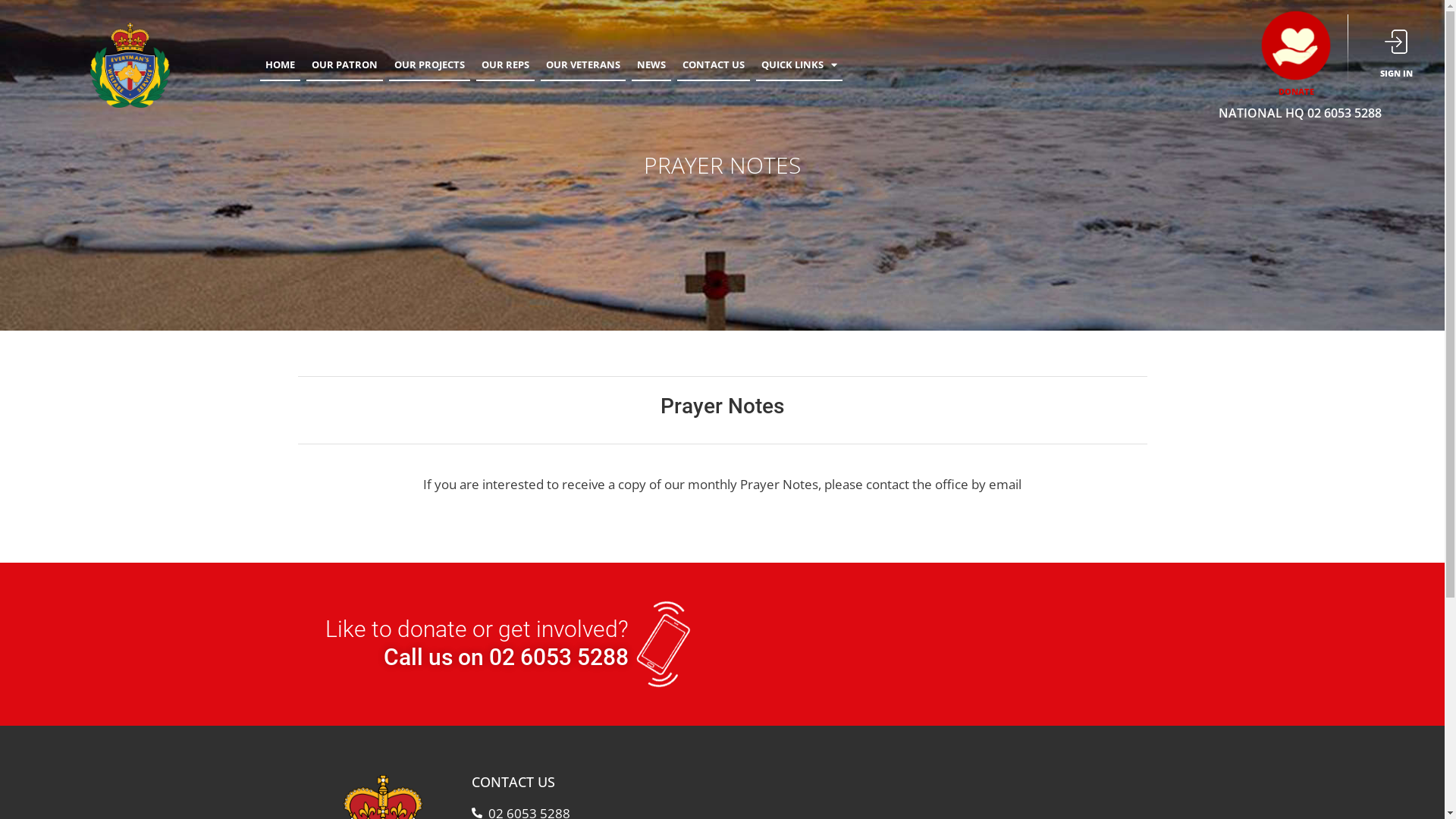 The width and height of the screenshot is (1456, 819). Describe the element at coordinates (1395, 73) in the screenshot. I see `'SIGN IN'` at that location.